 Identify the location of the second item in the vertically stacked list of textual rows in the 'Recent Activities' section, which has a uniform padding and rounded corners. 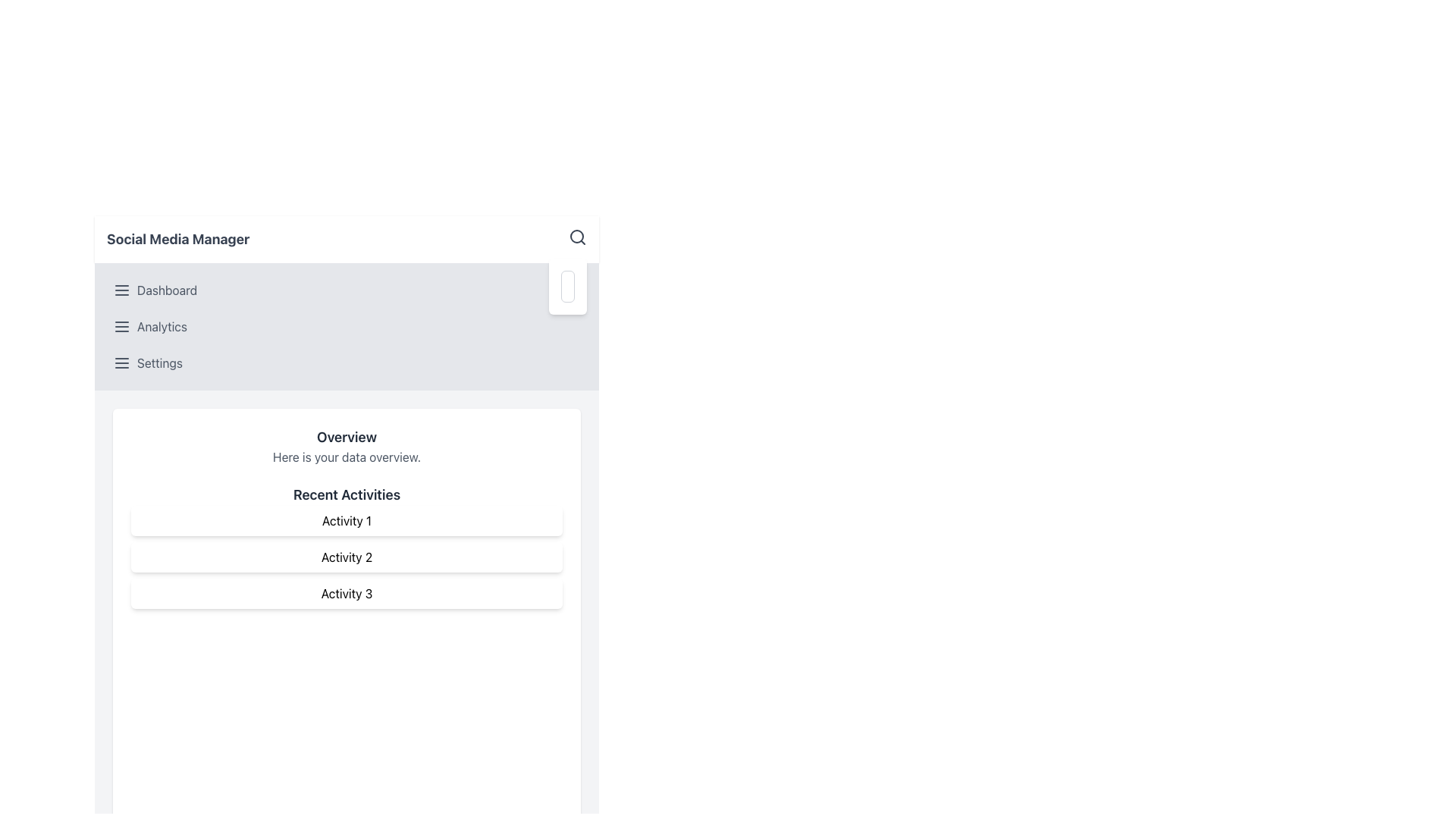
(346, 557).